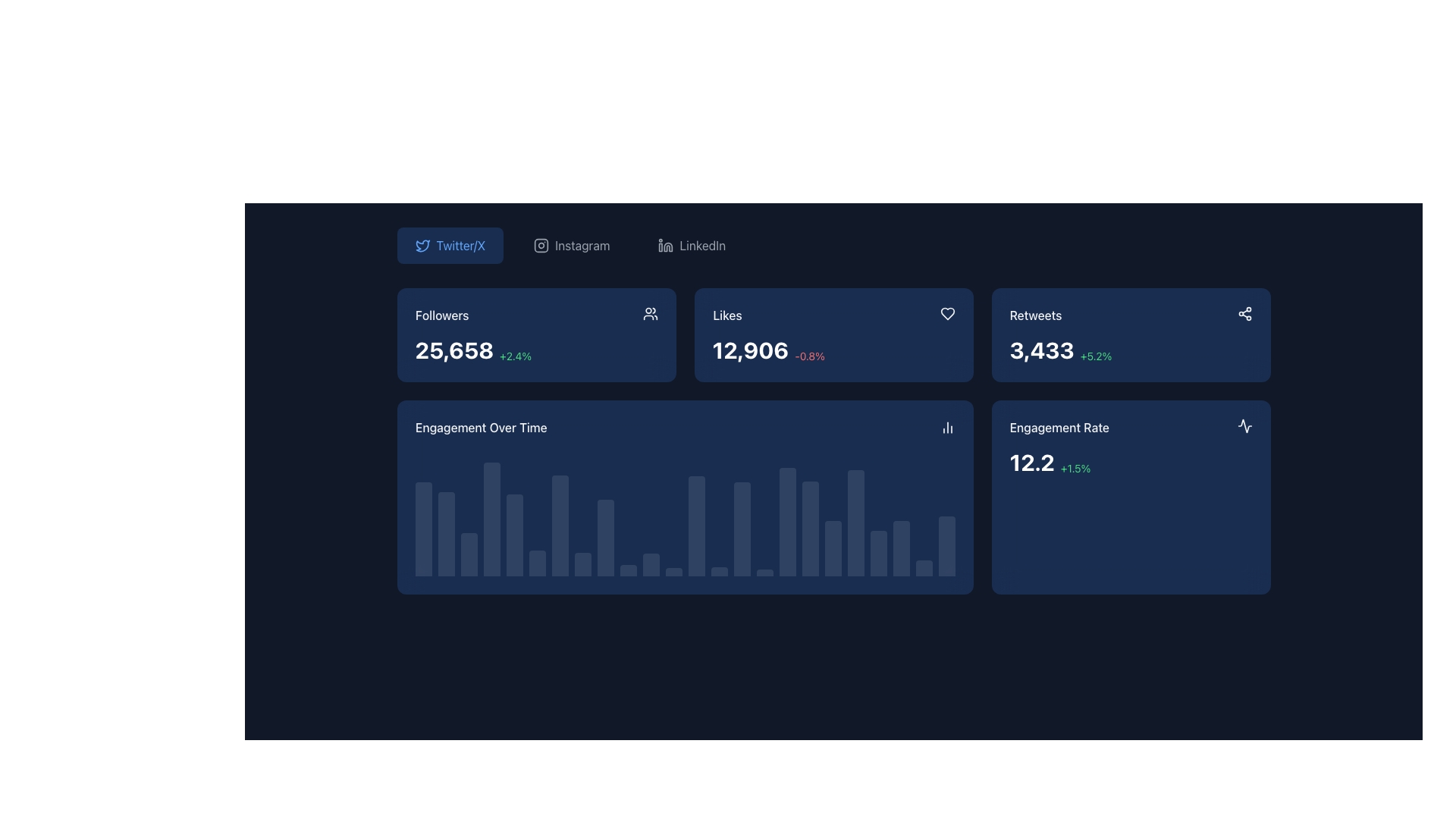 This screenshot has width=1456, height=819. I want to click on displayed number of 'Likes' from the Text Label positioned in the top-right section of the interface, adjacent to the text '-0.8%', so click(749, 350).